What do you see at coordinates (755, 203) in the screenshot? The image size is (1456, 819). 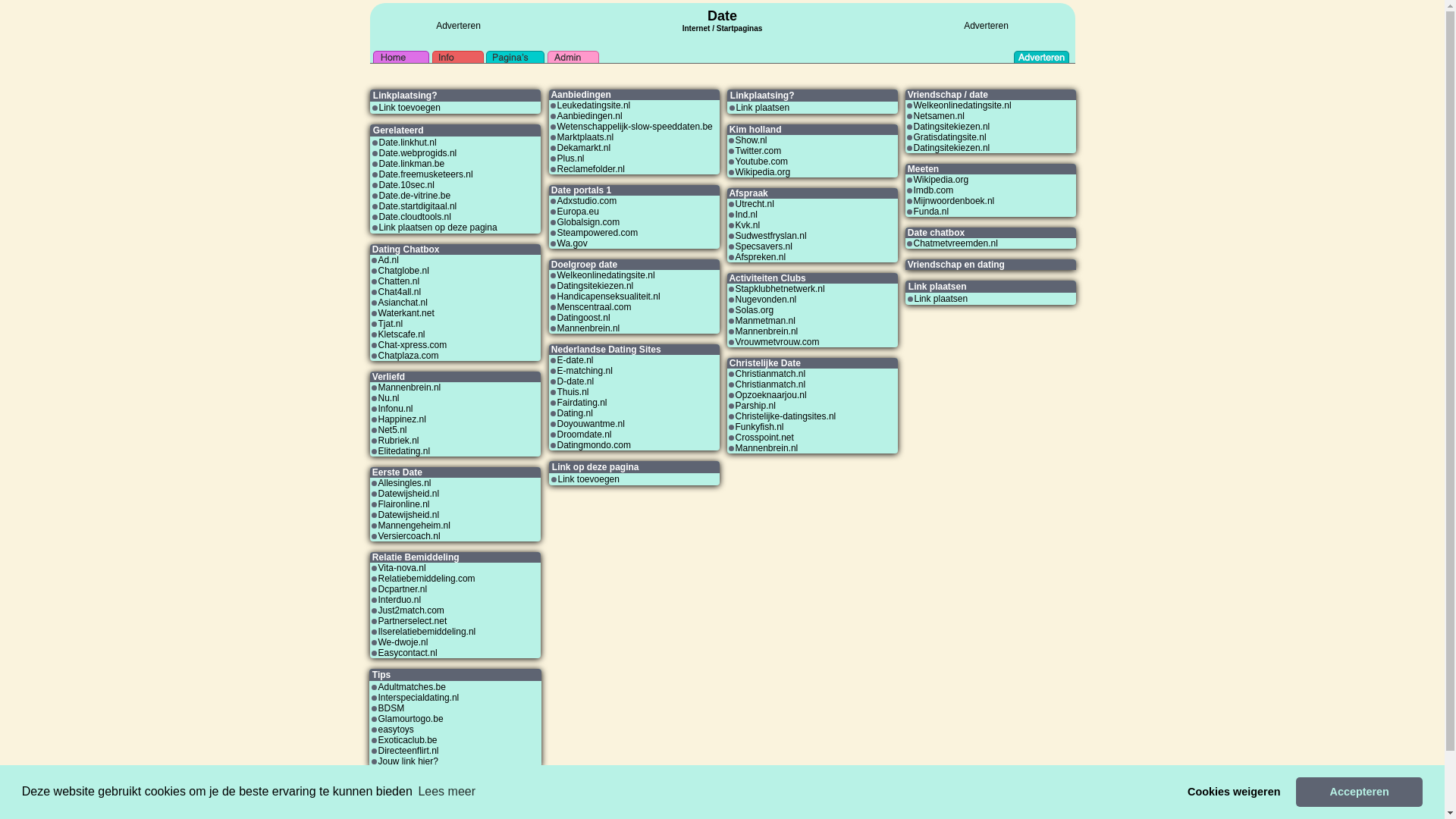 I see `'Utrecht.nl'` at bounding box center [755, 203].